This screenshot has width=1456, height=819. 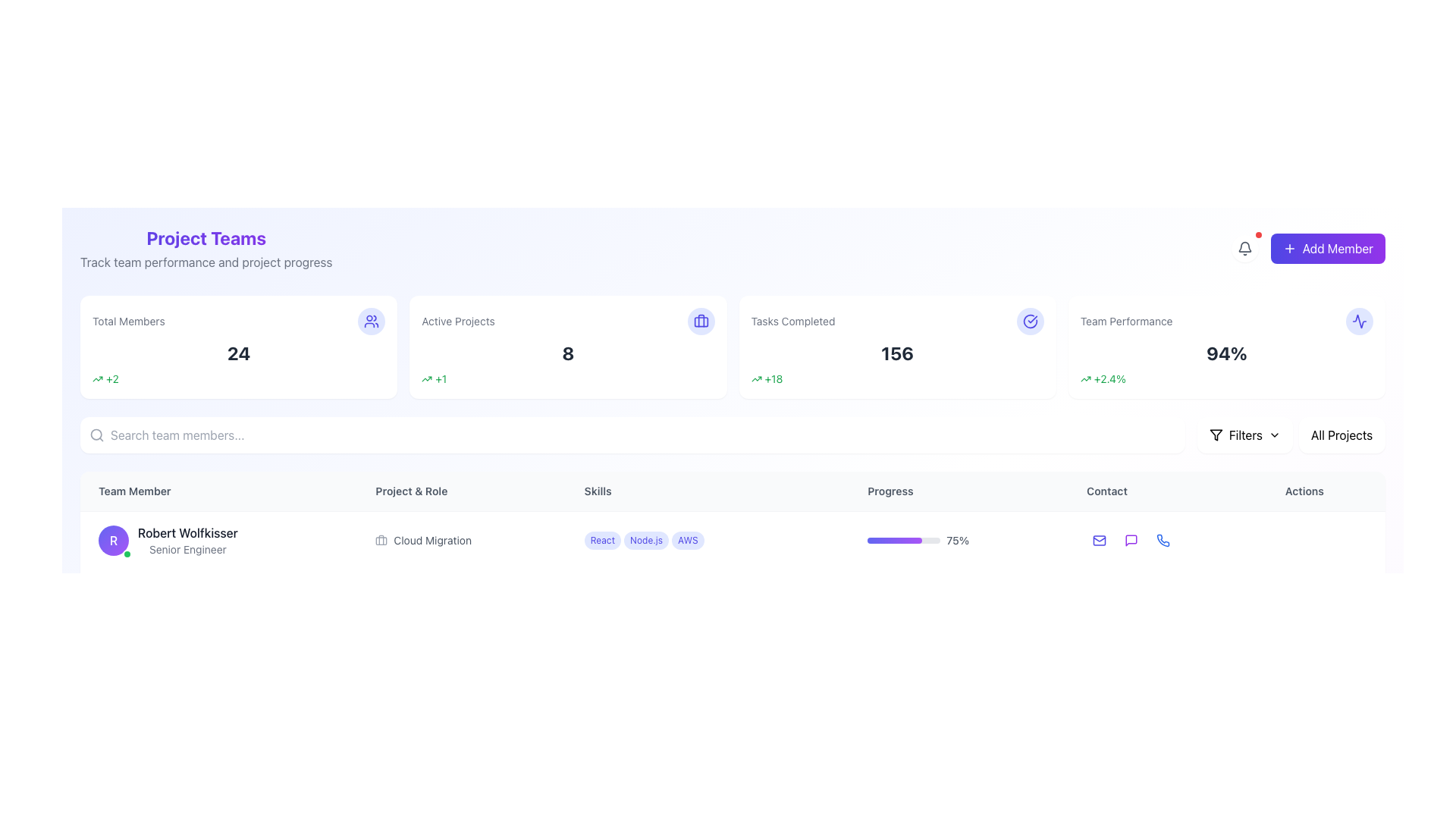 What do you see at coordinates (1244, 435) in the screenshot?
I see `the 'Filters' button, which is a rounded rectangle with a white background and a filter icon, located towards the right side of the interface` at bounding box center [1244, 435].